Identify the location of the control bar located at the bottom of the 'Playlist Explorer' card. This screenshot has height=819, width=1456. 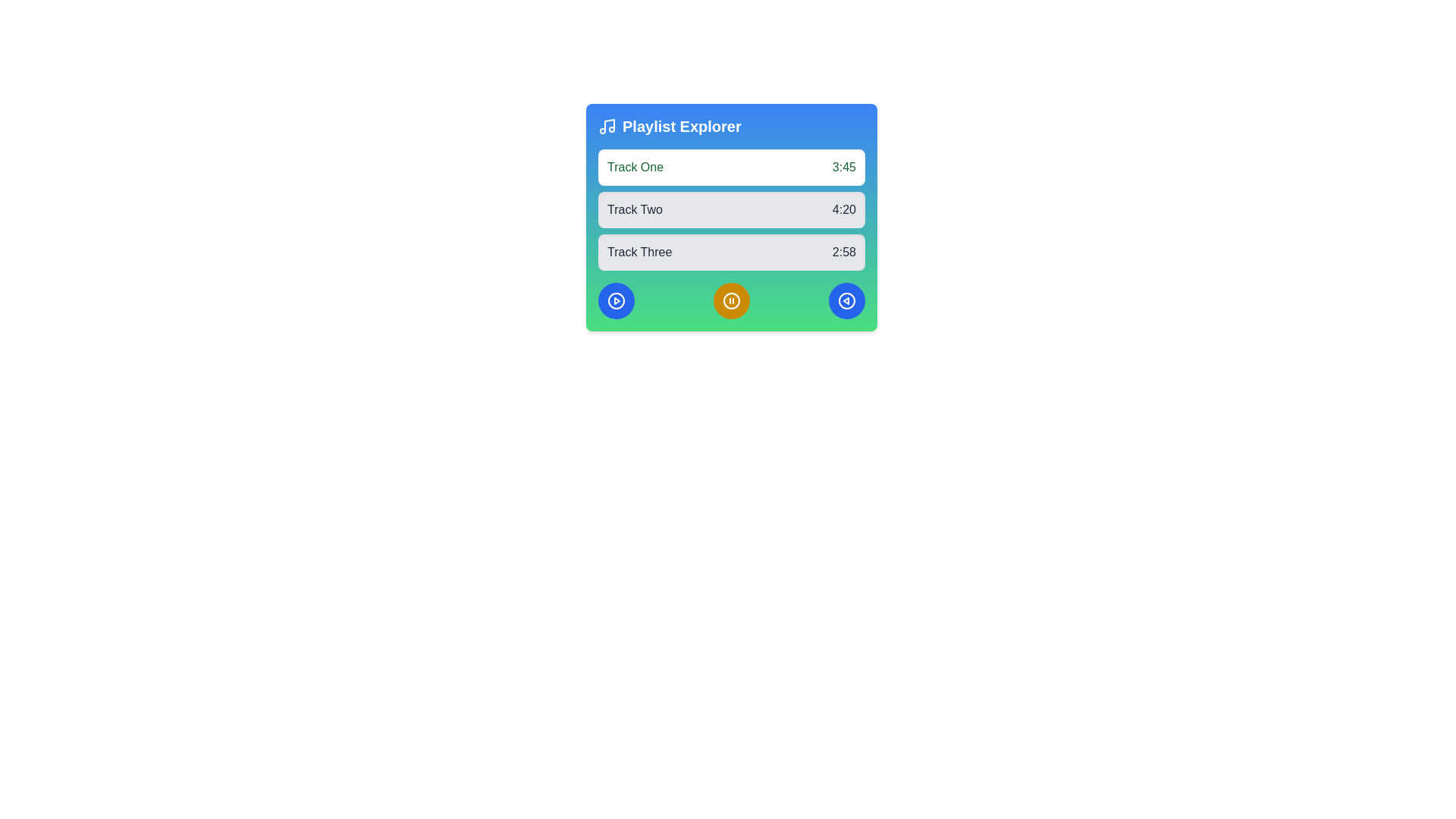
(731, 301).